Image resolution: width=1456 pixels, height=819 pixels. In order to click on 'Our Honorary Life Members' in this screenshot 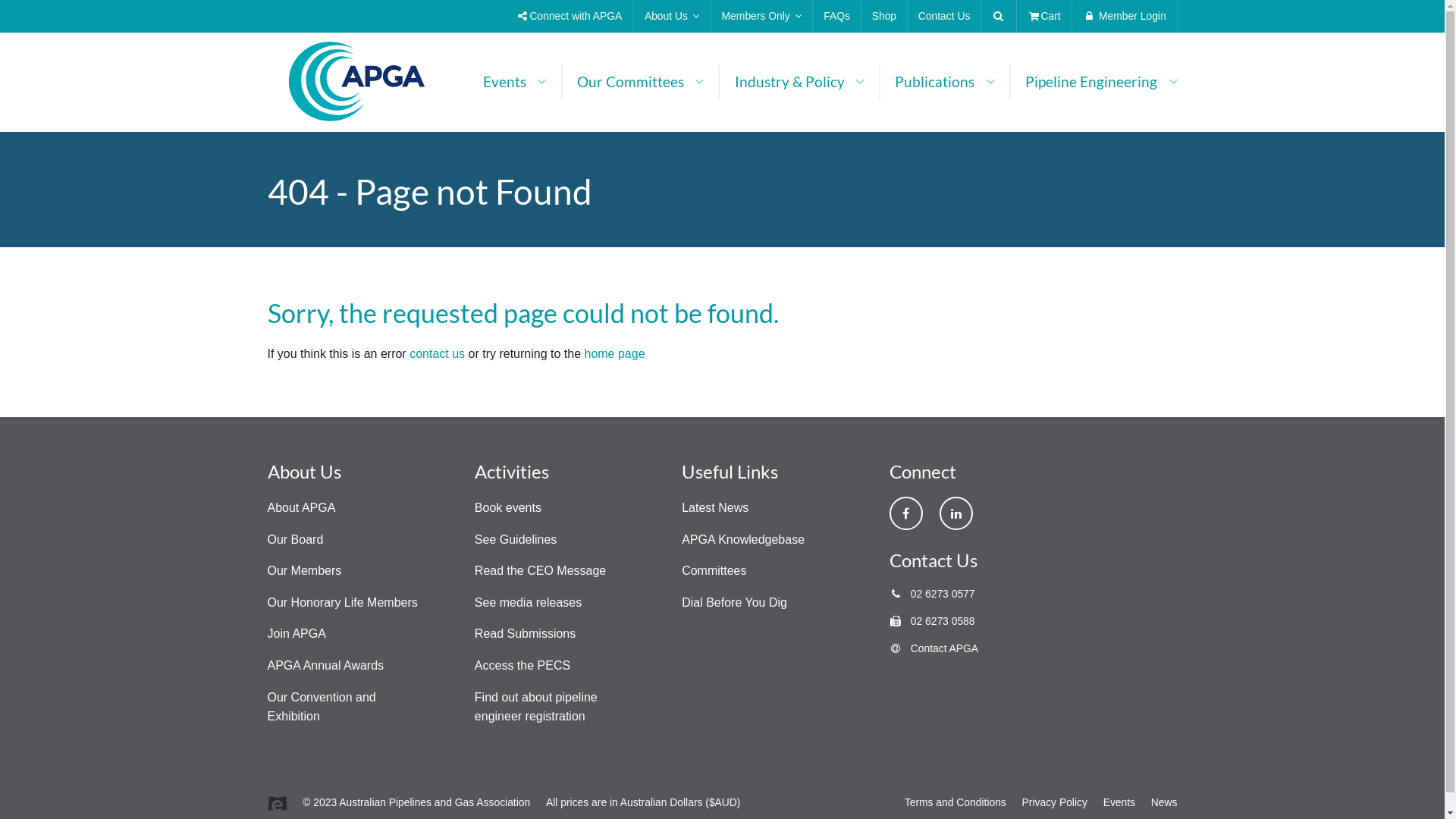, I will do `click(341, 601)`.